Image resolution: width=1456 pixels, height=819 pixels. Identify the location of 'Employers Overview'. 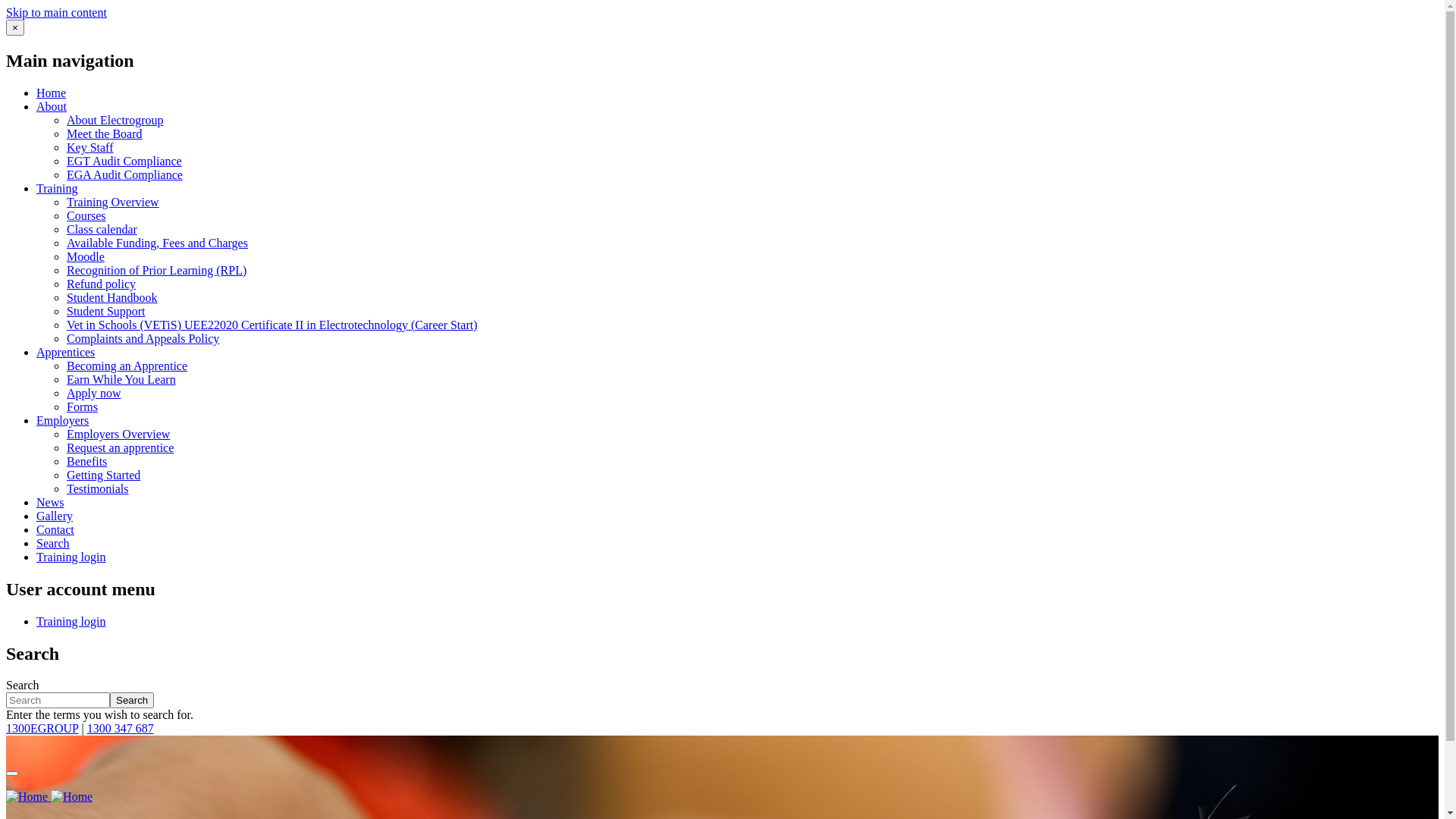
(118, 434).